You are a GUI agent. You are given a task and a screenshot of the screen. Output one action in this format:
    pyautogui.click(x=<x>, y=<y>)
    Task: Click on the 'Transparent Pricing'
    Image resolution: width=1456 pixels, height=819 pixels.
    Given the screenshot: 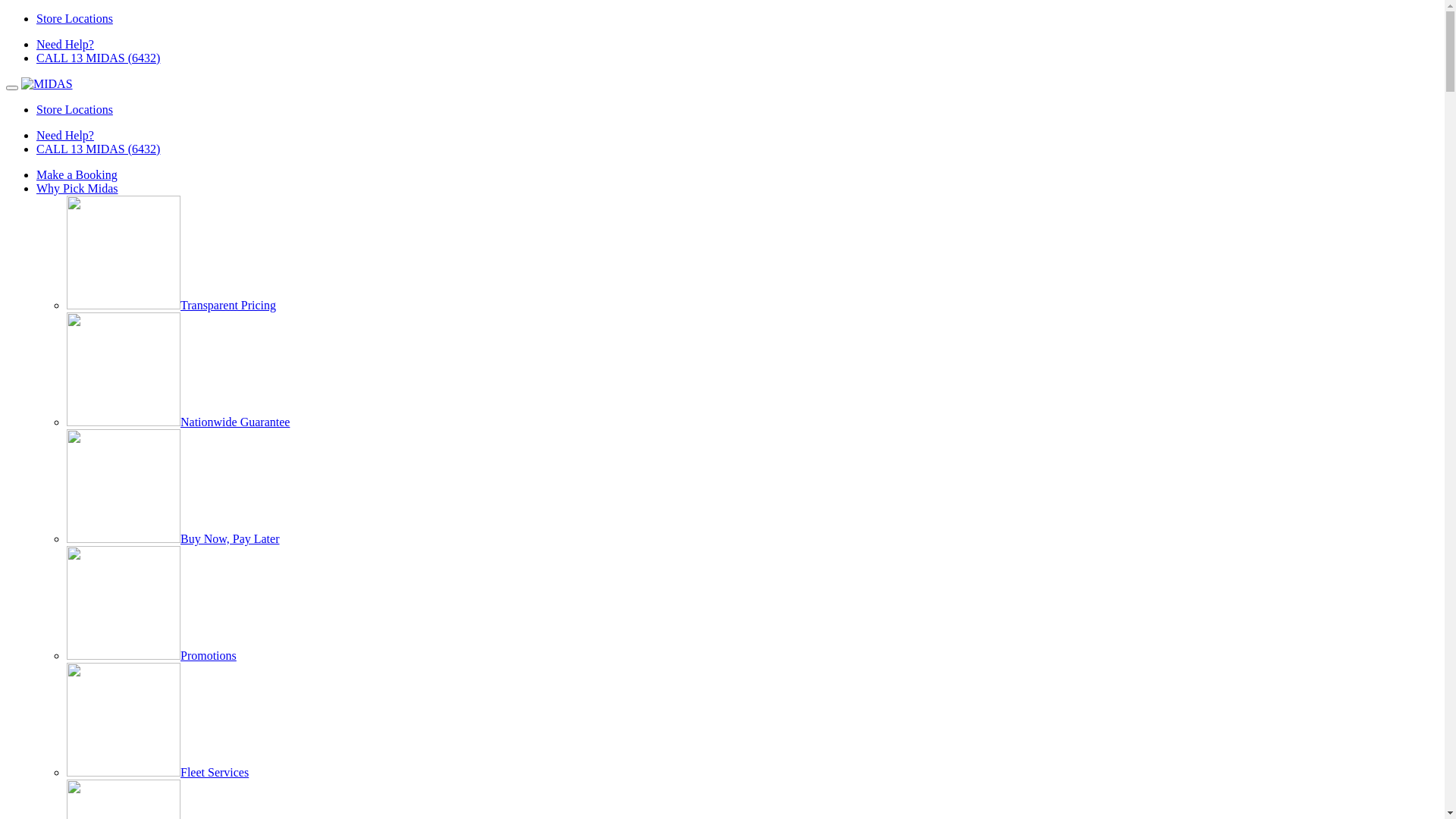 What is the action you would take?
    pyautogui.click(x=171, y=305)
    